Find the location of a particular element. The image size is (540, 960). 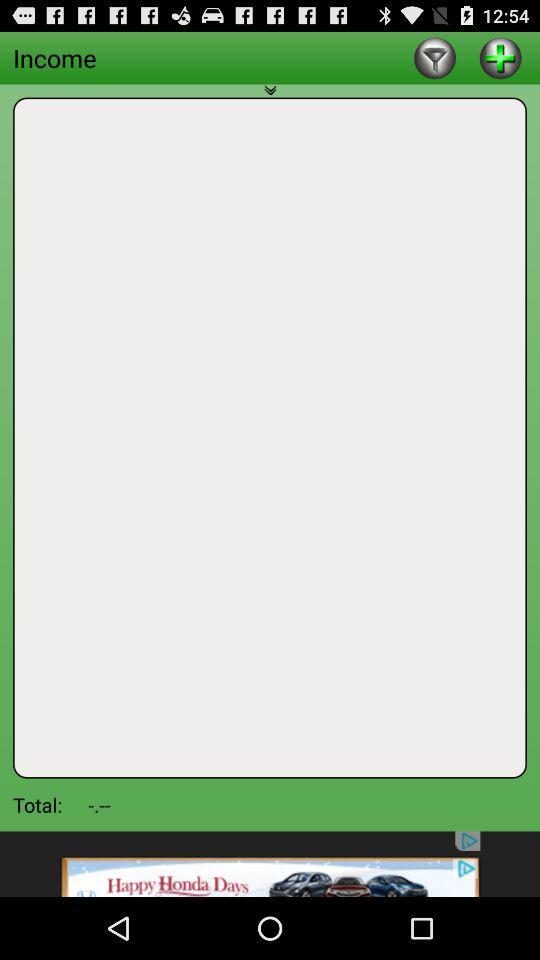

the filter icon is located at coordinates (434, 61).